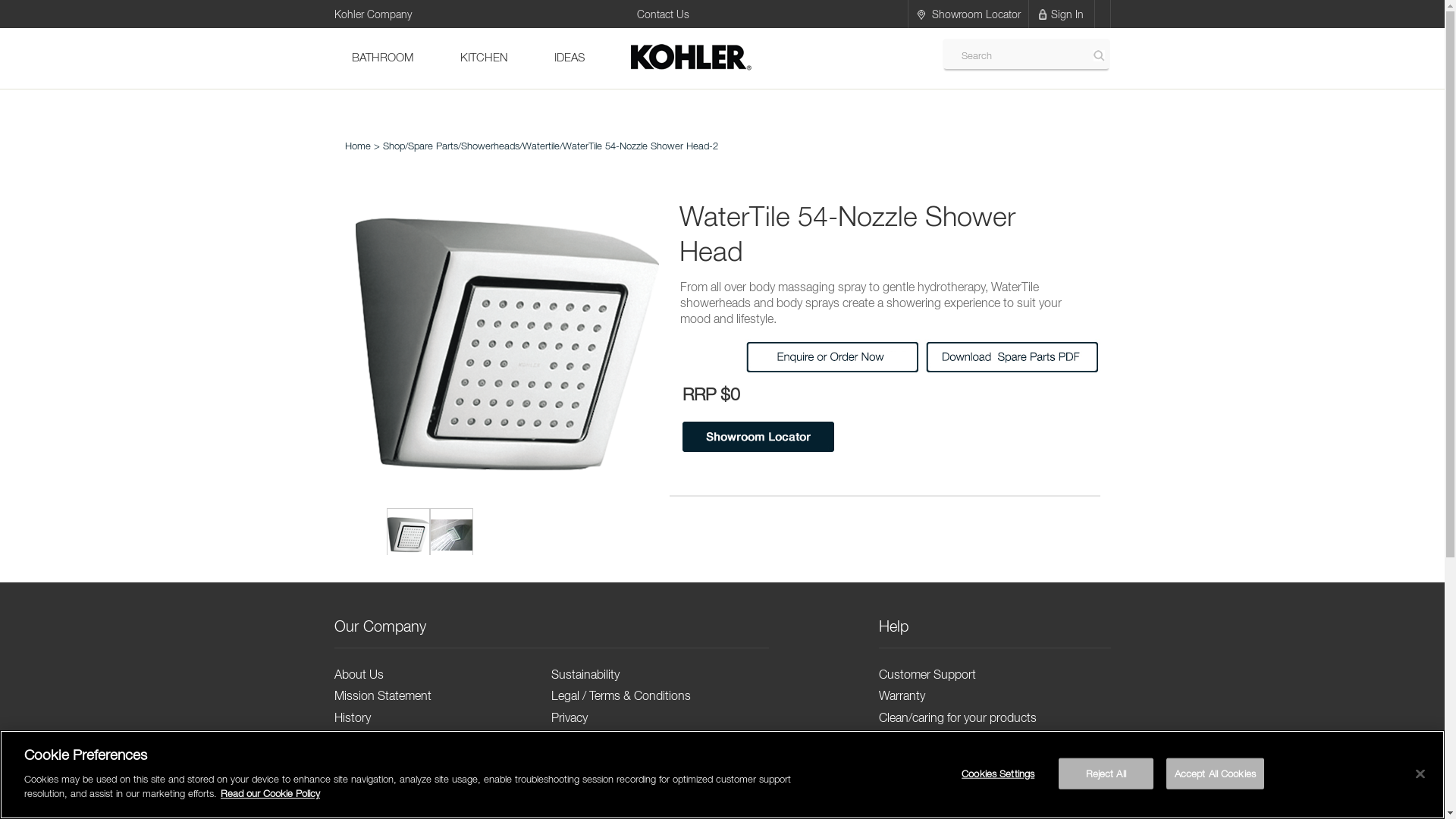  Describe the element at coordinates (372, 12) in the screenshot. I see `'Kohler Company'` at that location.